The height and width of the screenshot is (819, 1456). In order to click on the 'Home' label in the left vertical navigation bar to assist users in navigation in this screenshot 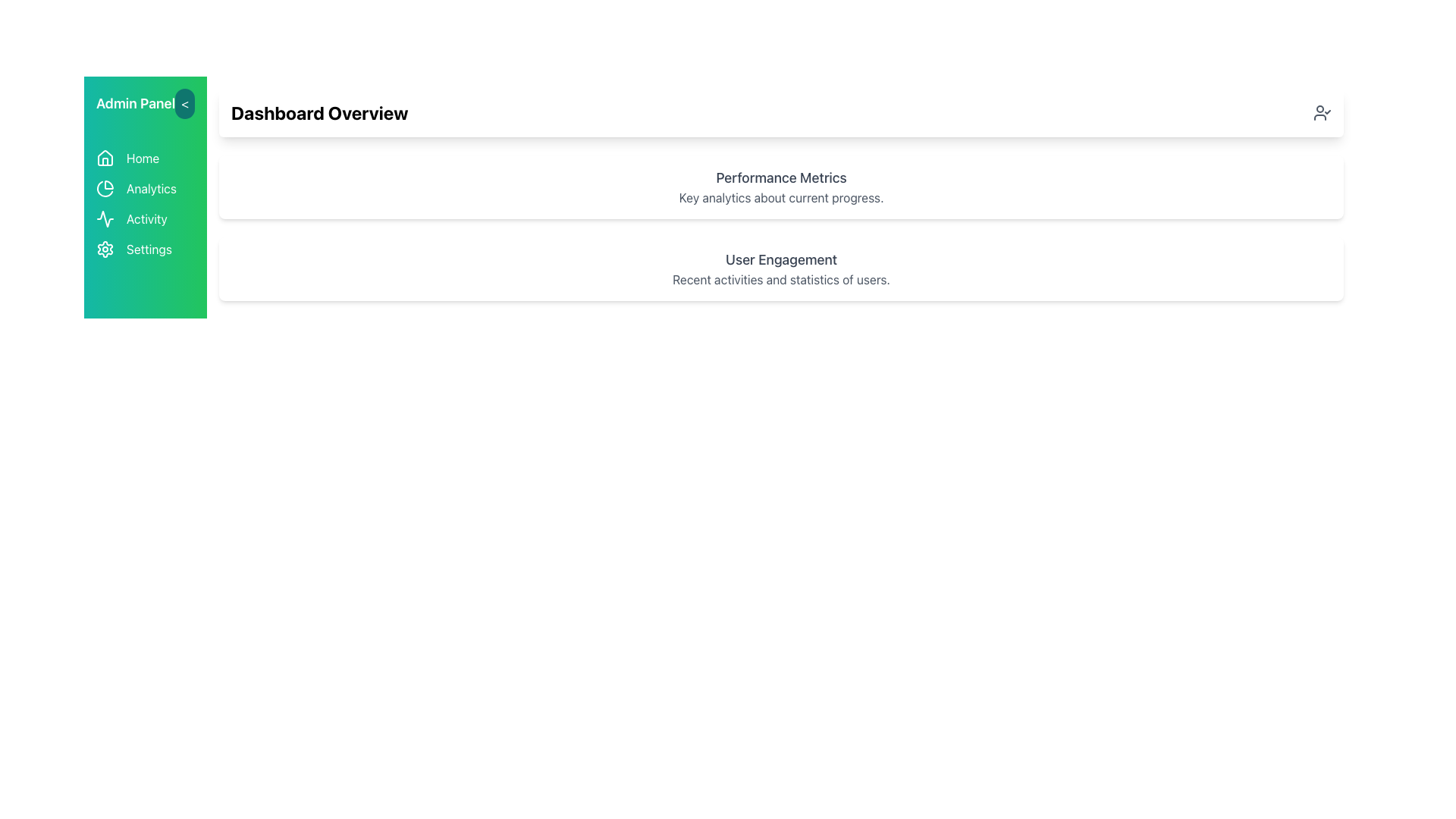, I will do `click(143, 158)`.